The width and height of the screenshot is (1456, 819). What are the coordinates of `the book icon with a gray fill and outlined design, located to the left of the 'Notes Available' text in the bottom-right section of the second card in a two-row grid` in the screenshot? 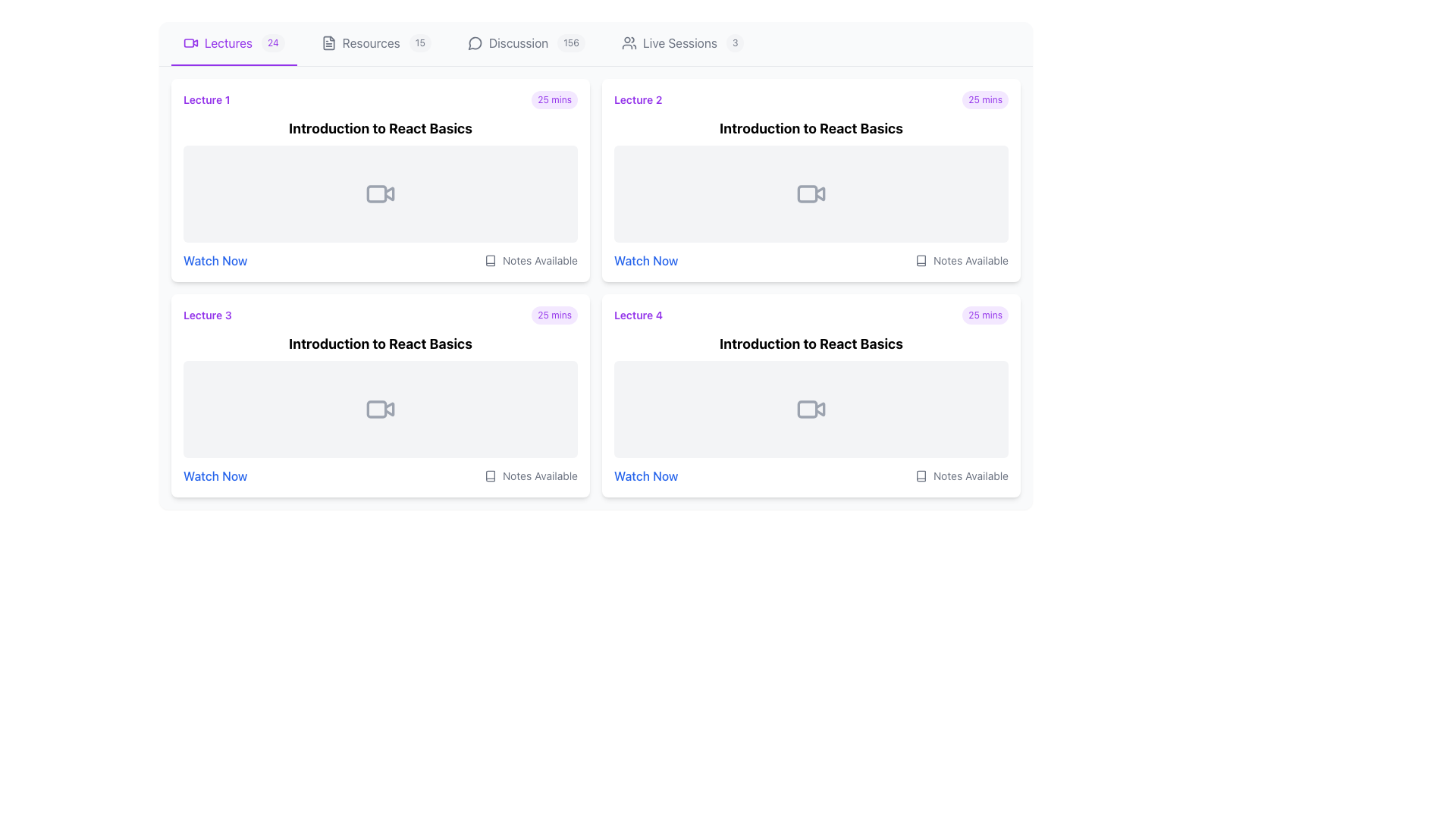 It's located at (920, 259).